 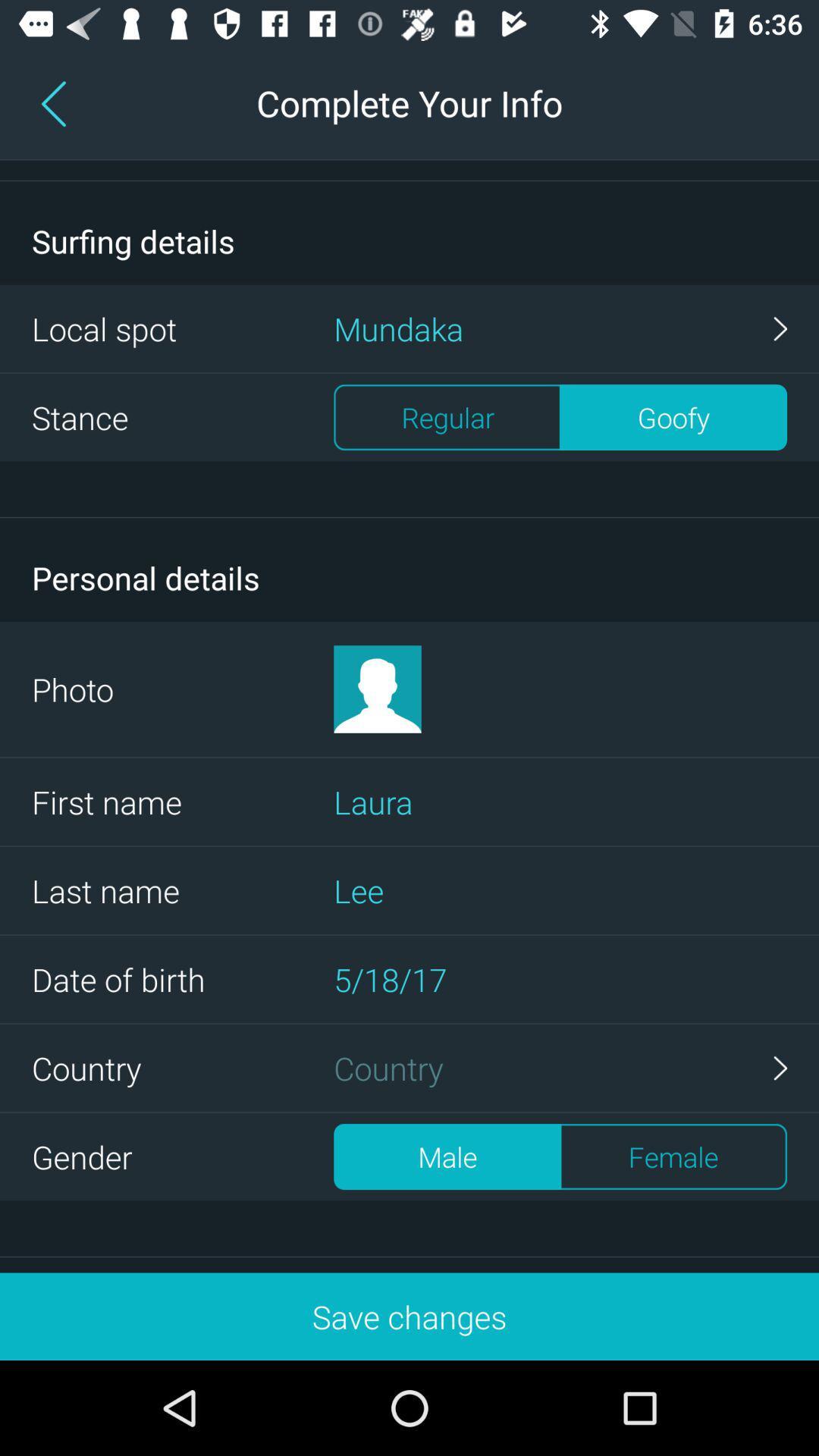 What do you see at coordinates (56, 102) in the screenshot?
I see `the arrow_backward icon` at bounding box center [56, 102].